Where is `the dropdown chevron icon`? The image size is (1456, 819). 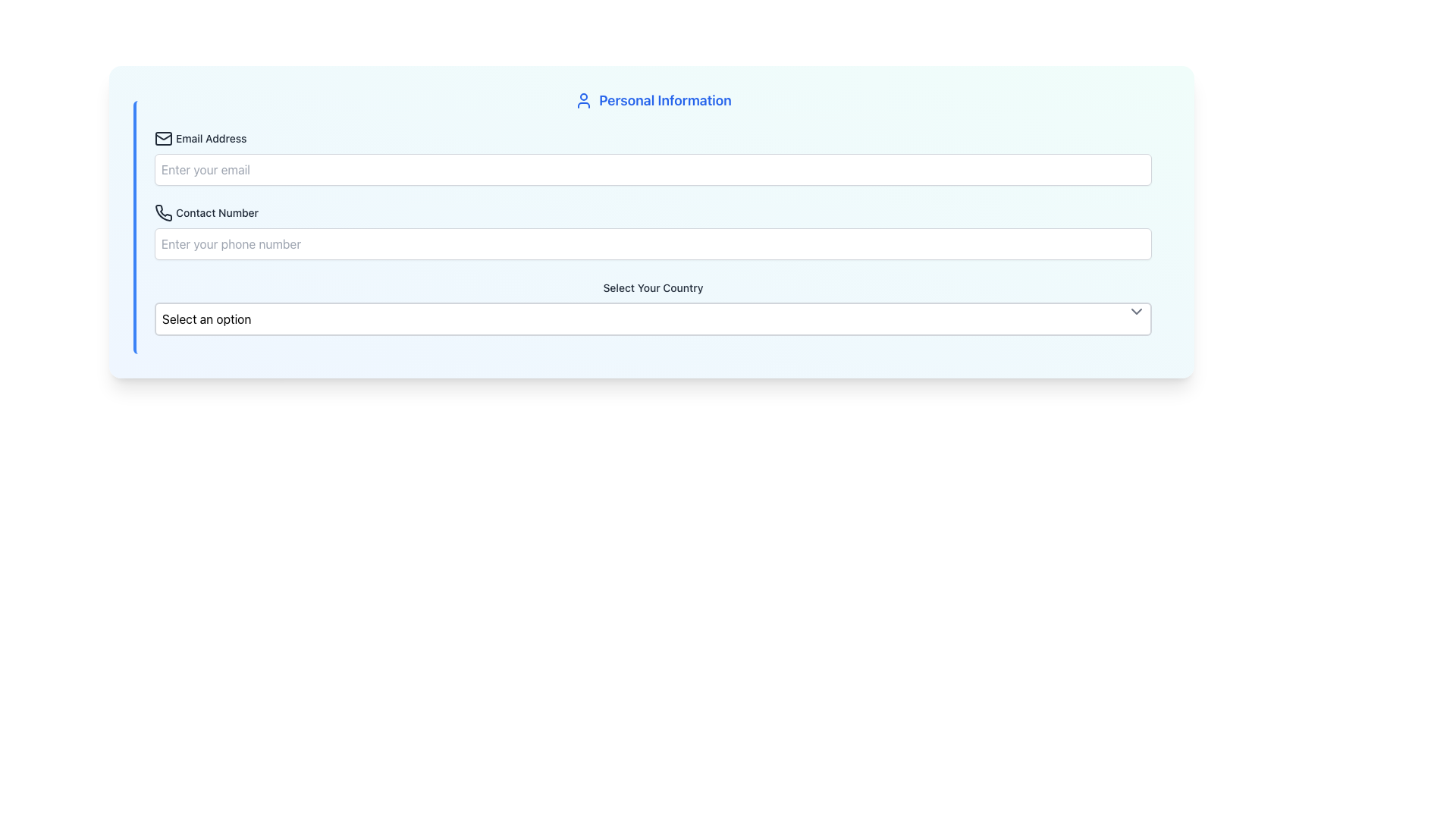 the dropdown chevron icon is located at coordinates (1136, 311).